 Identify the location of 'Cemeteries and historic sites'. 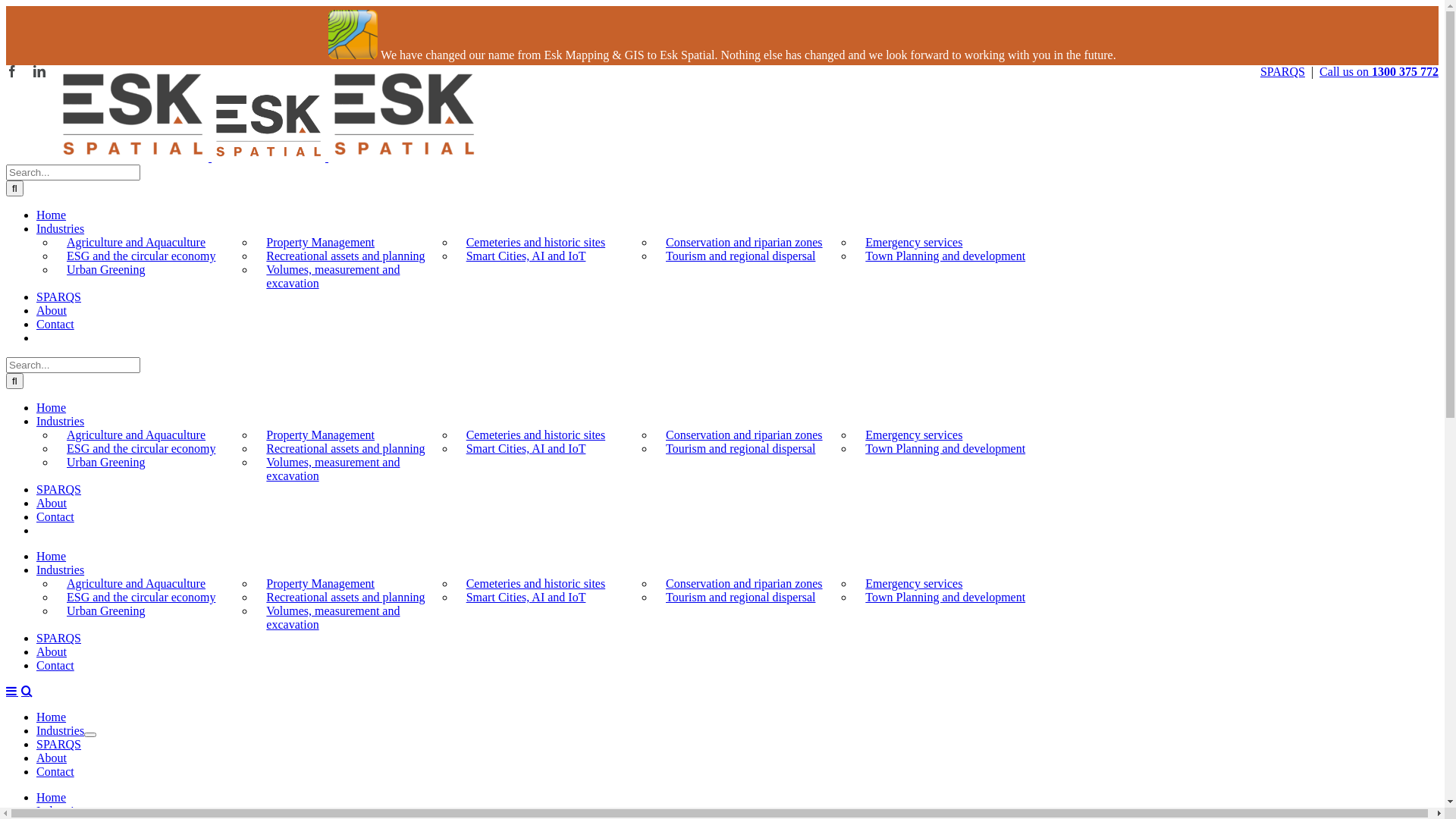
(535, 582).